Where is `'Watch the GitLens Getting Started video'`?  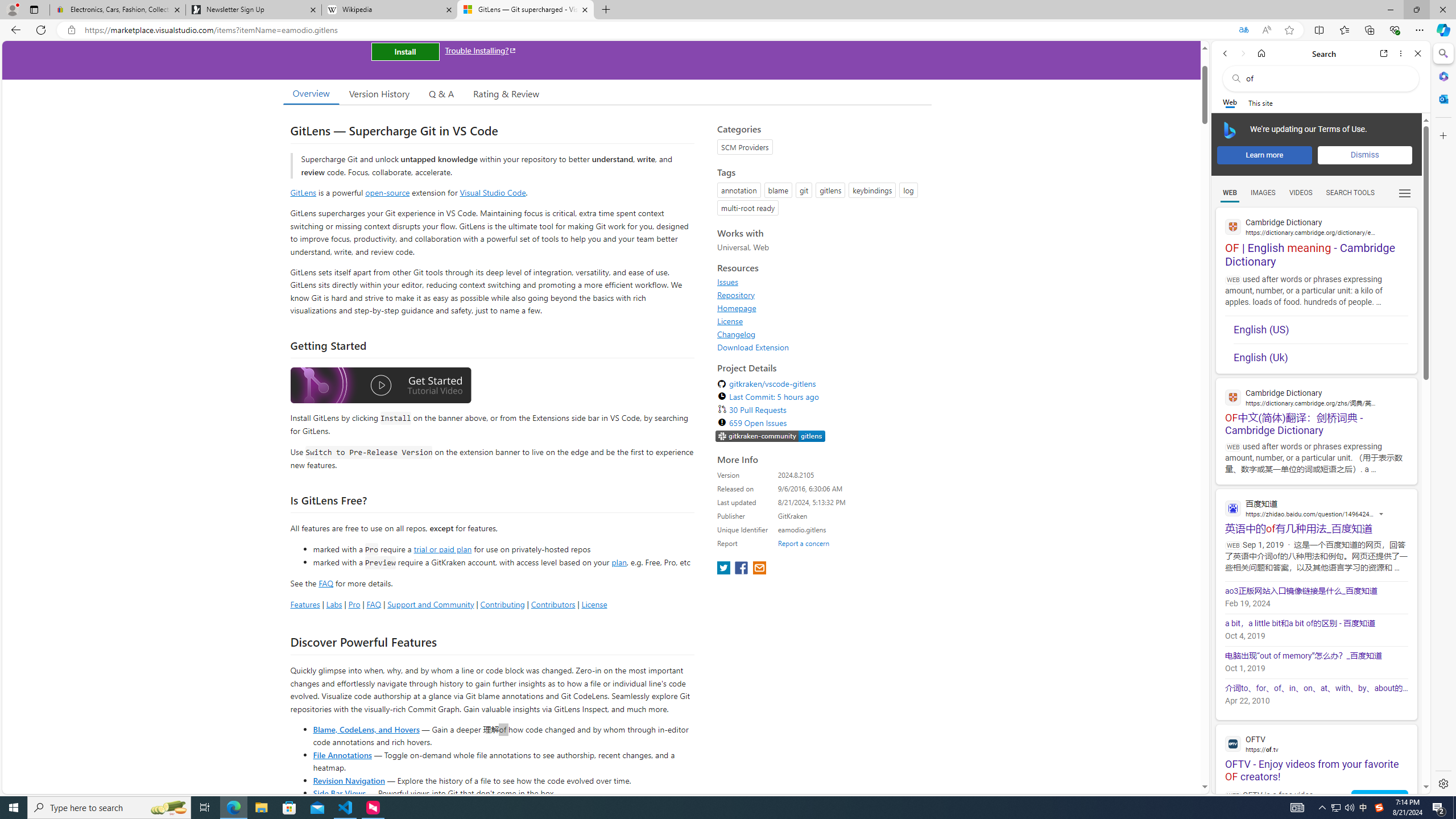
'Watch the GitLens Getting Started video' is located at coordinates (380, 385).